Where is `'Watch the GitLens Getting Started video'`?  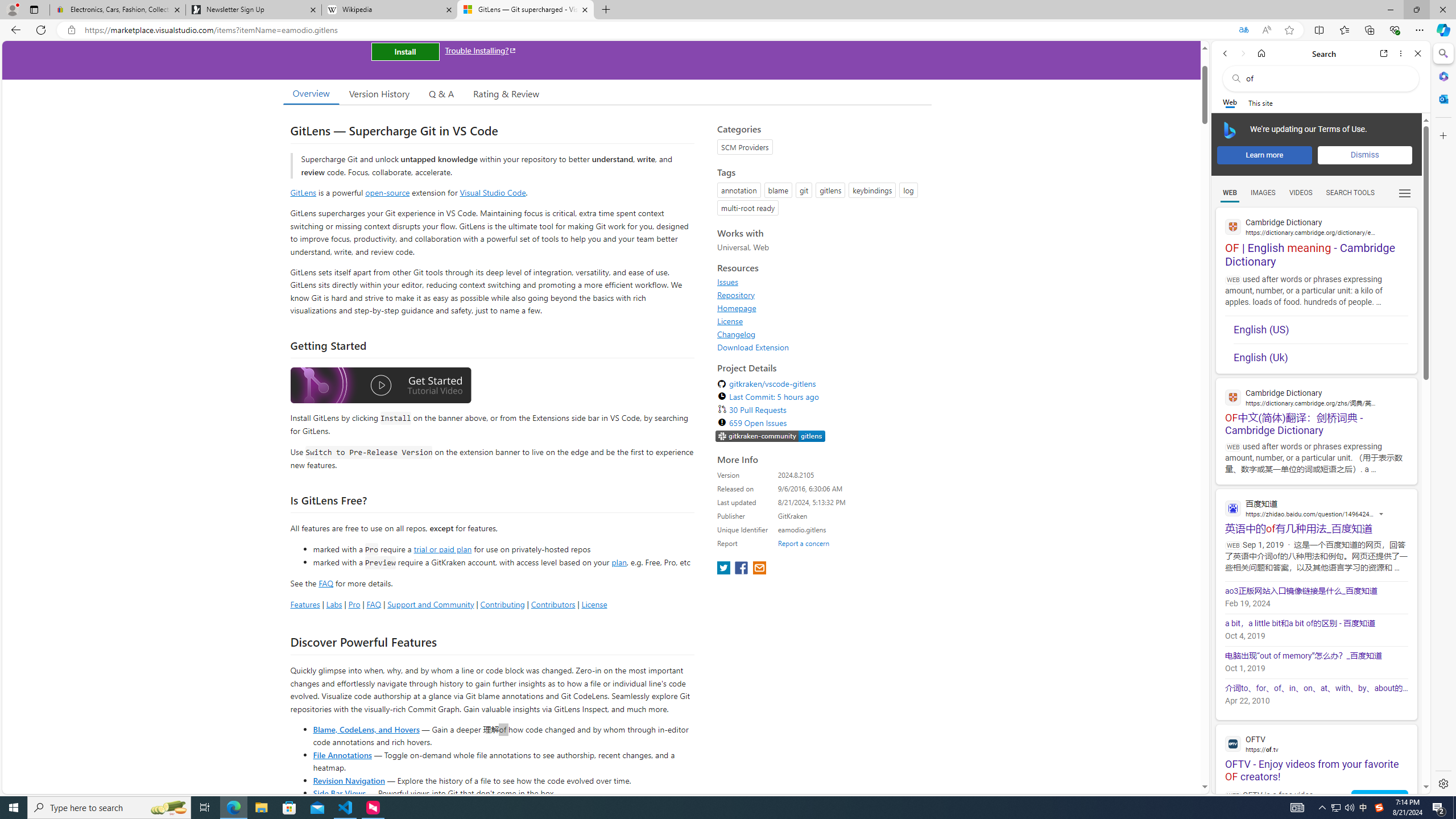
'Watch the GitLens Getting Started video' is located at coordinates (380, 385).